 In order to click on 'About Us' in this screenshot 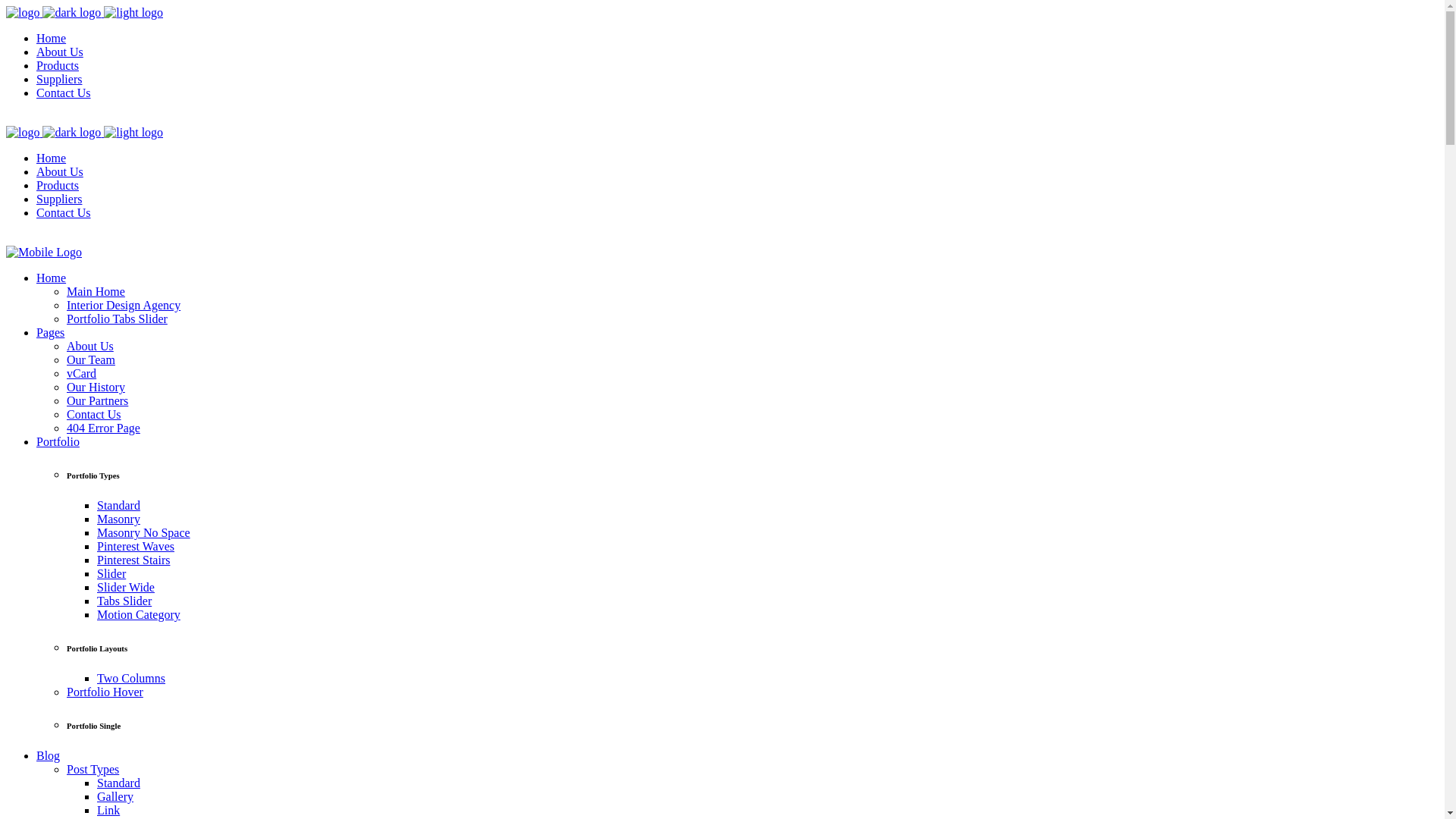, I will do `click(59, 51)`.